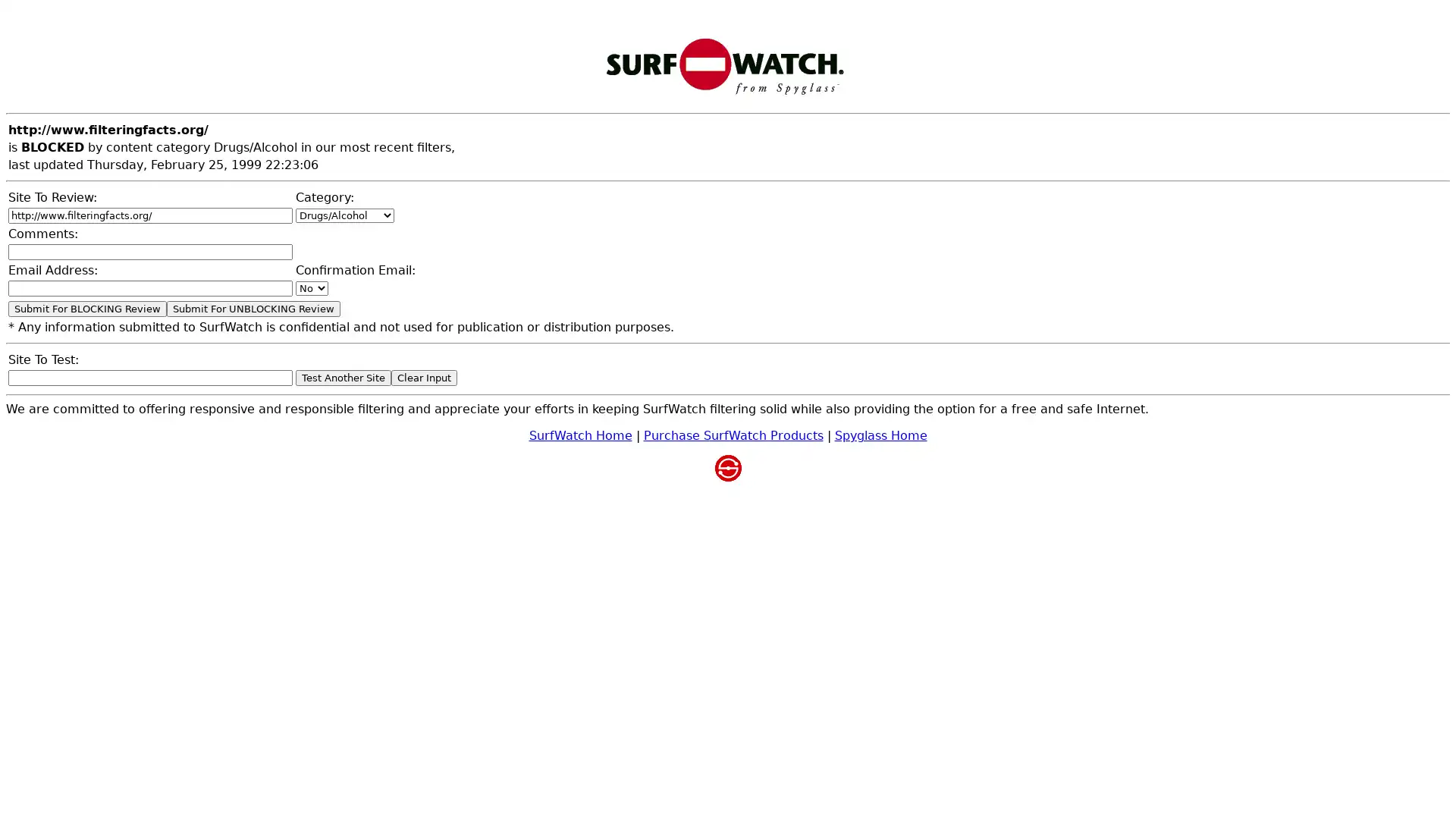 The height and width of the screenshot is (819, 1456). I want to click on Submit For UNBLOCKING Review, so click(253, 308).